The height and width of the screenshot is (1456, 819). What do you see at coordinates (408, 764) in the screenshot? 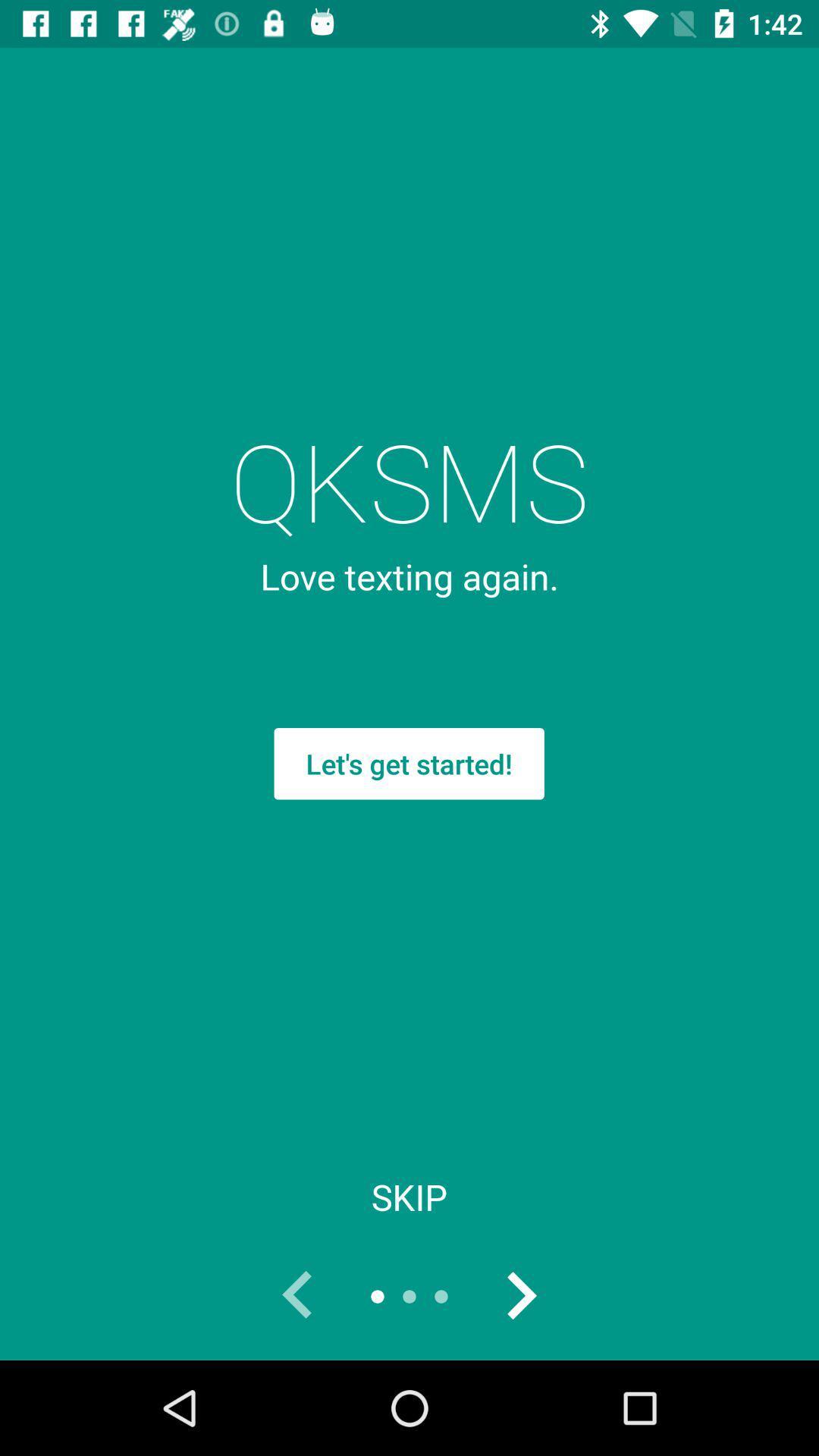
I see `the let s get` at bounding box center [408, 764].